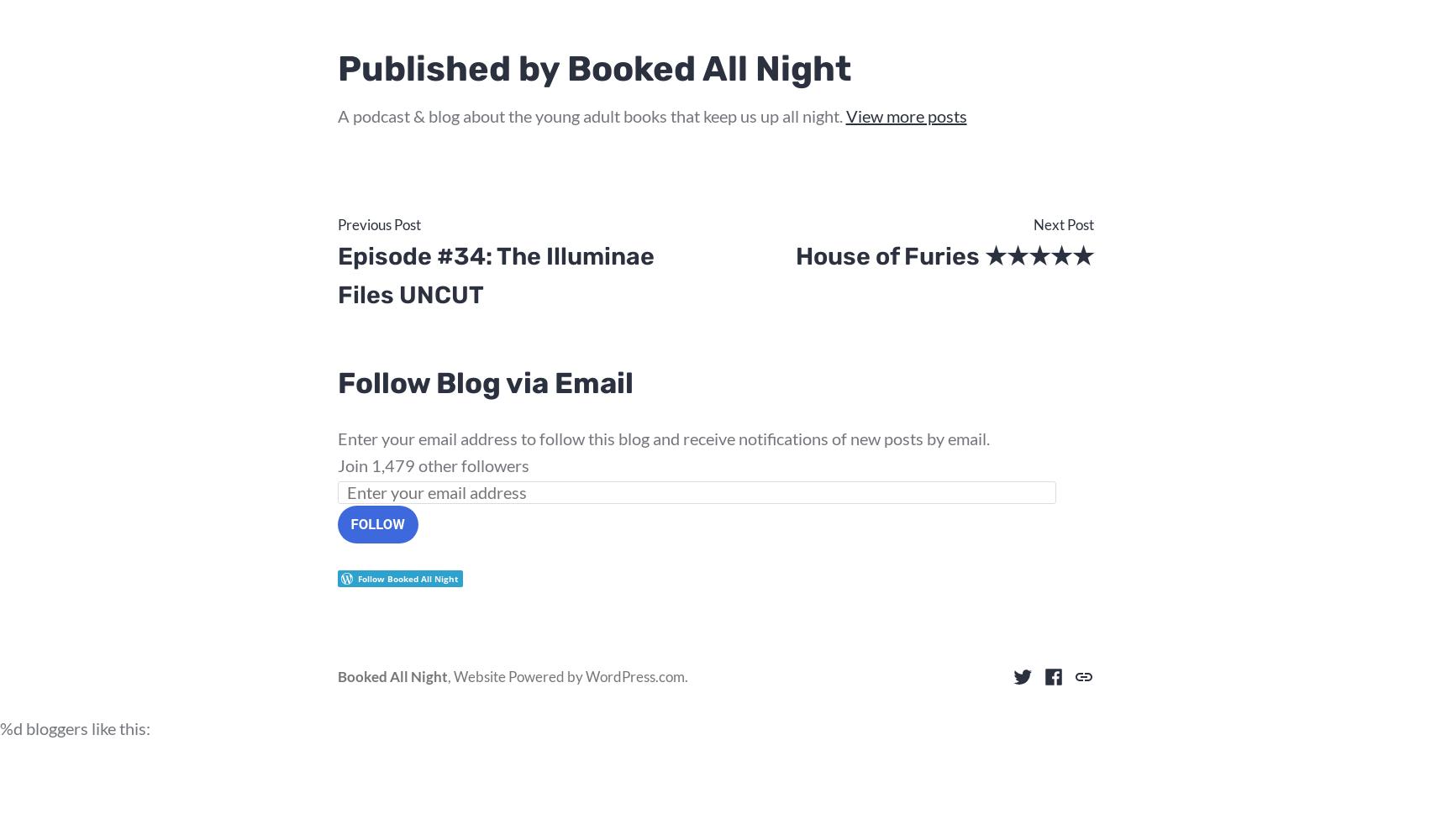  What do you see at coordinates (392, 676) in the screenshot?
I see `'Booked All Night'` at bounding box center [392, 676].